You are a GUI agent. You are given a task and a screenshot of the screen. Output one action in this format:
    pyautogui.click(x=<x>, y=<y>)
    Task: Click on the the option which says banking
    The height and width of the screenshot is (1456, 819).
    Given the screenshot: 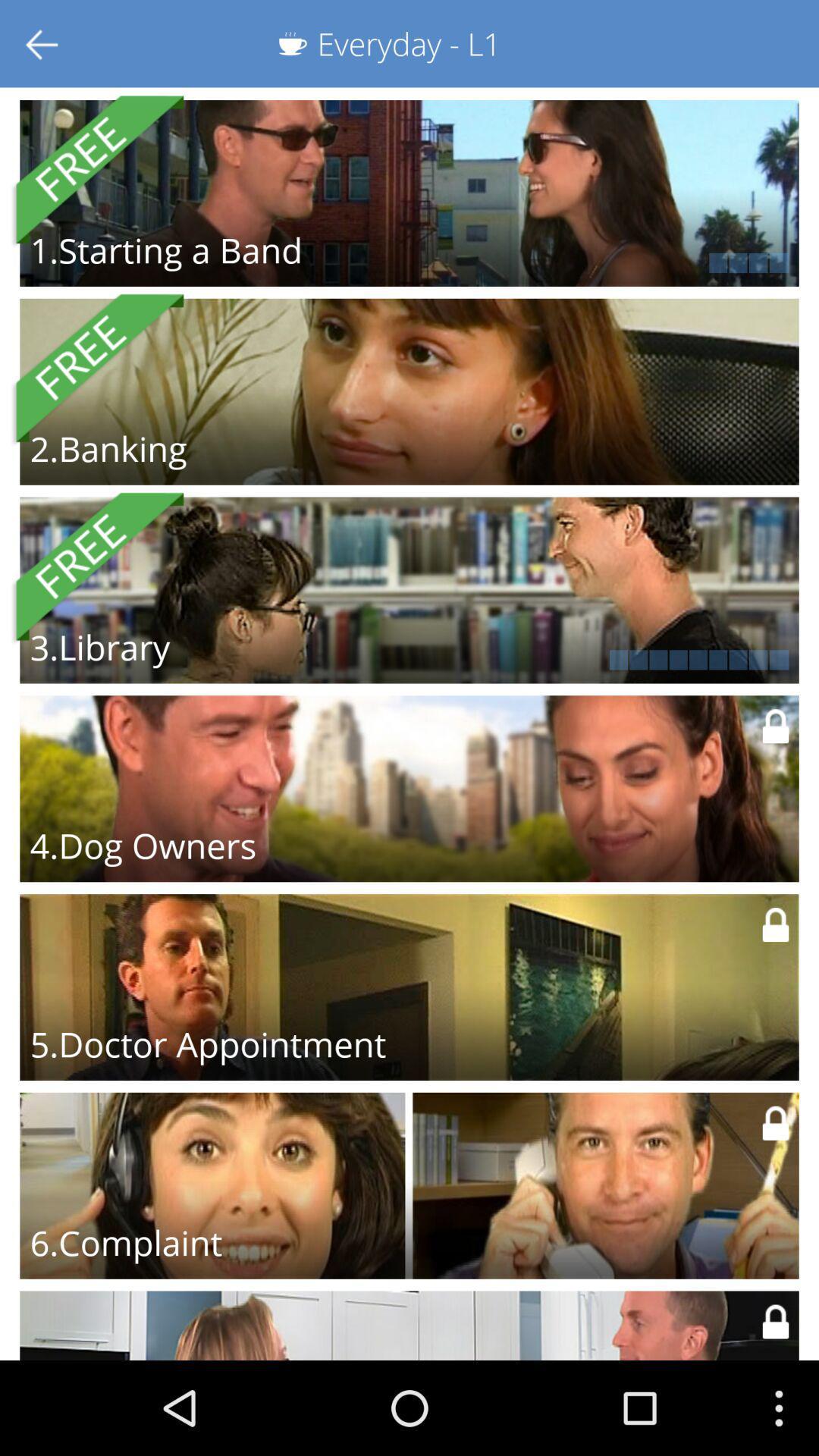 What is the action you would take?
    pyautogui.click(x=409, y=392)
    